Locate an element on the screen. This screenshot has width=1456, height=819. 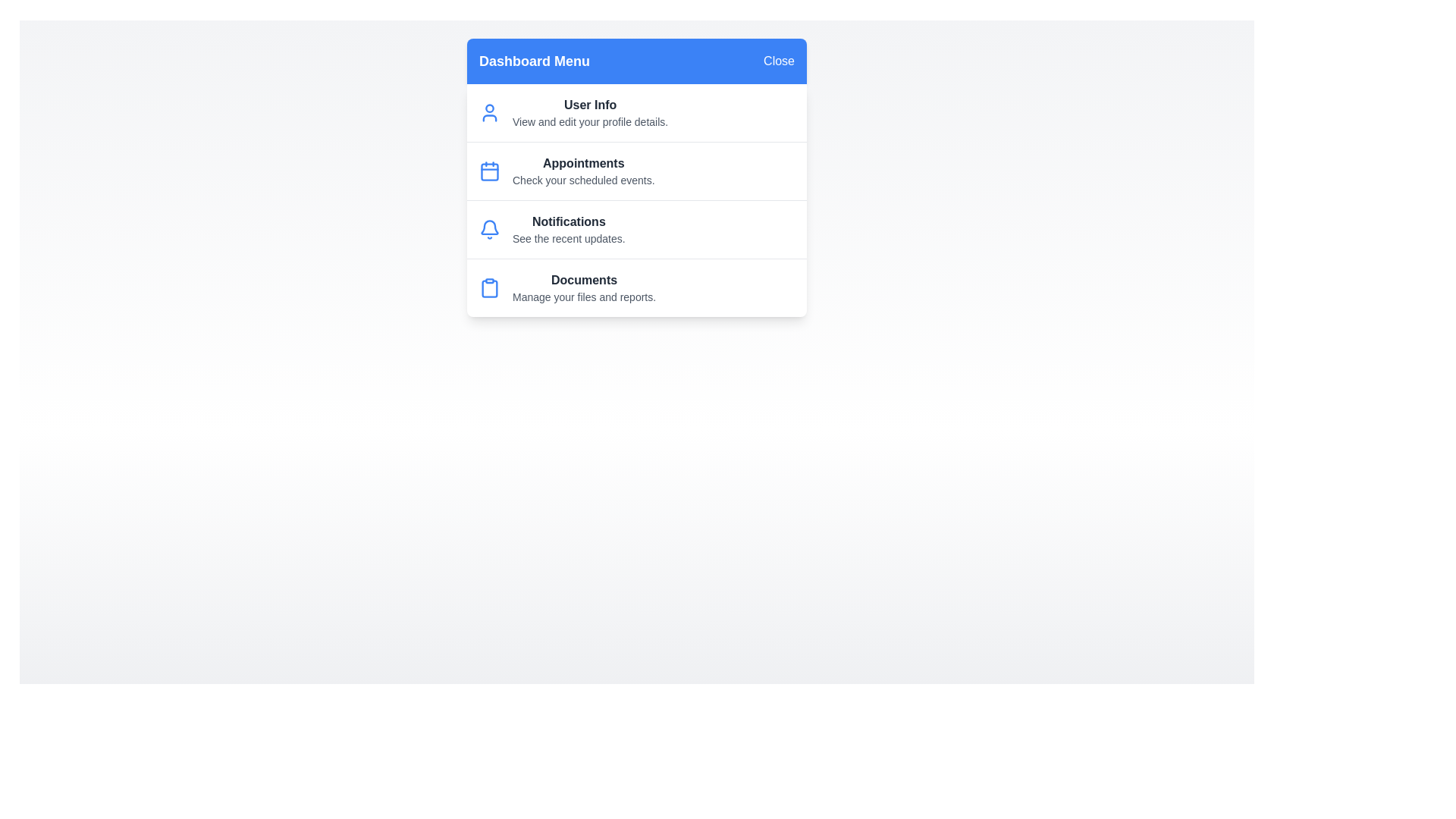
the menu item Documents to view its details is located at coordinates (490, 288).